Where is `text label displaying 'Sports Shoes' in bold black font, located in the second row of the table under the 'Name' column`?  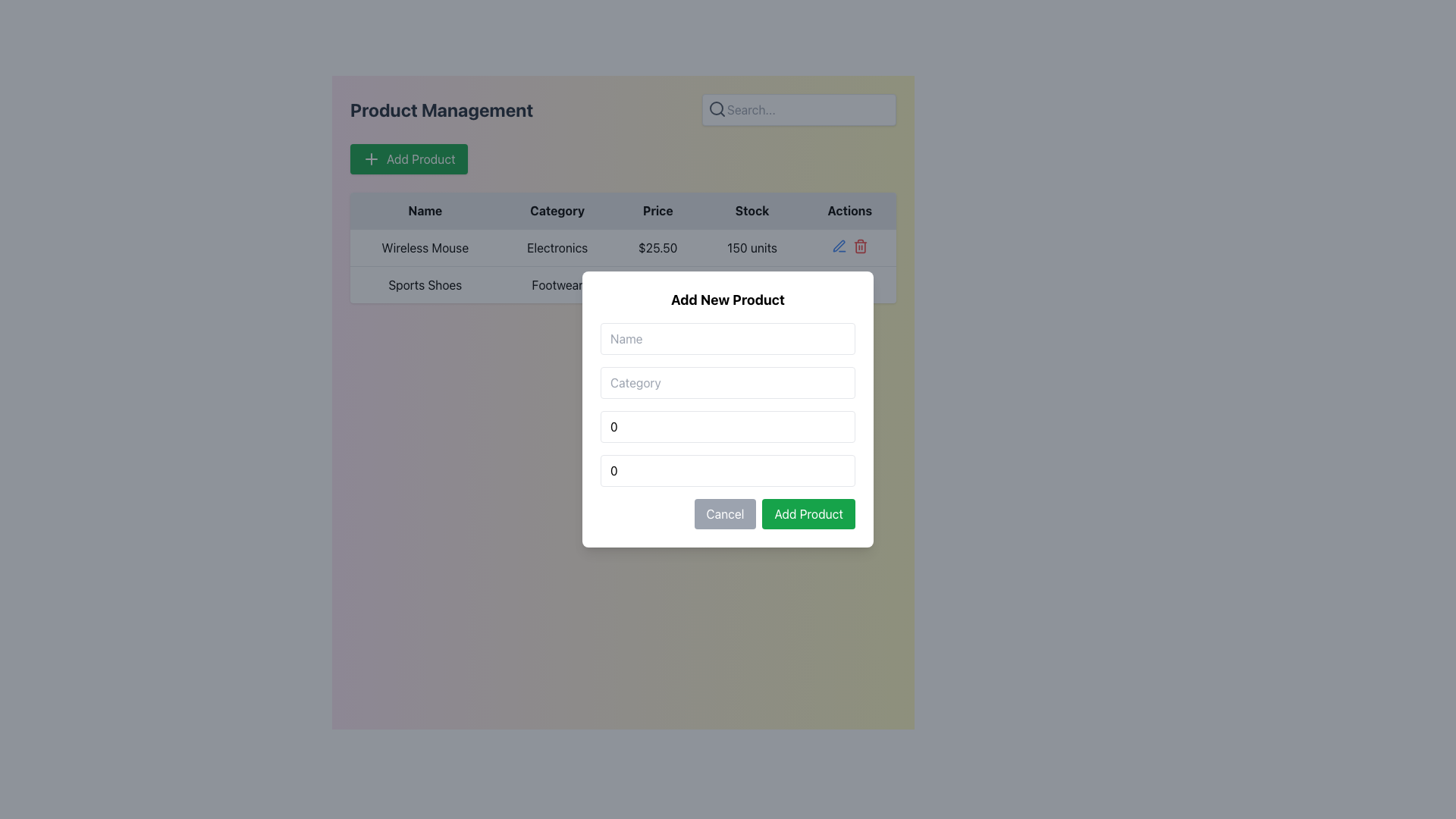 text label displaying 'Sports Shoes' in bold black font, located in the second row of the table under the 'Name' column is located at coordinates (425, 284).